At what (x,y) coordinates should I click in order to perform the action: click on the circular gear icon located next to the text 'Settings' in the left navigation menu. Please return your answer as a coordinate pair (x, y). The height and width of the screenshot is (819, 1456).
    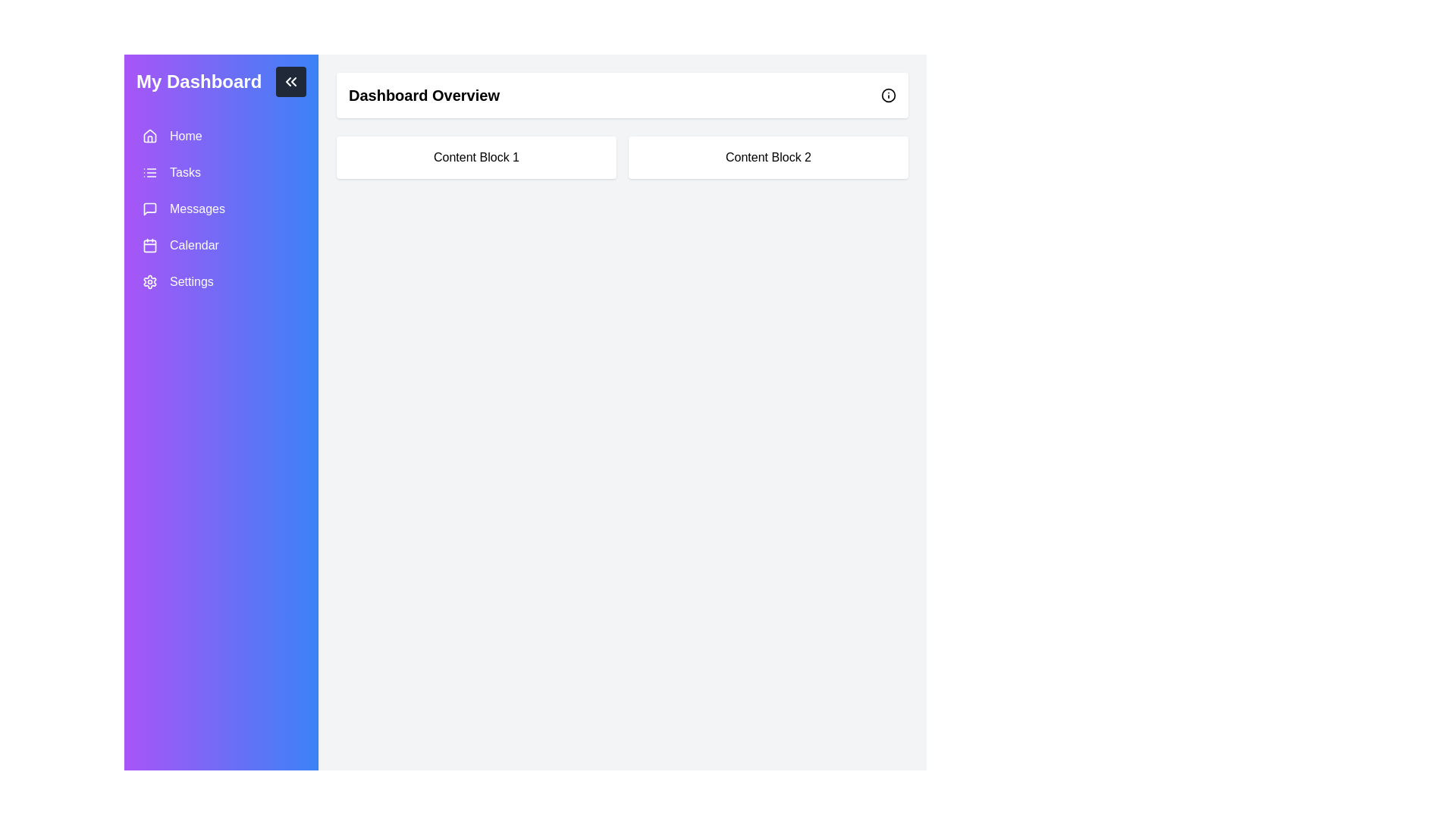
    Looking at the image, I should click on (149, 281).